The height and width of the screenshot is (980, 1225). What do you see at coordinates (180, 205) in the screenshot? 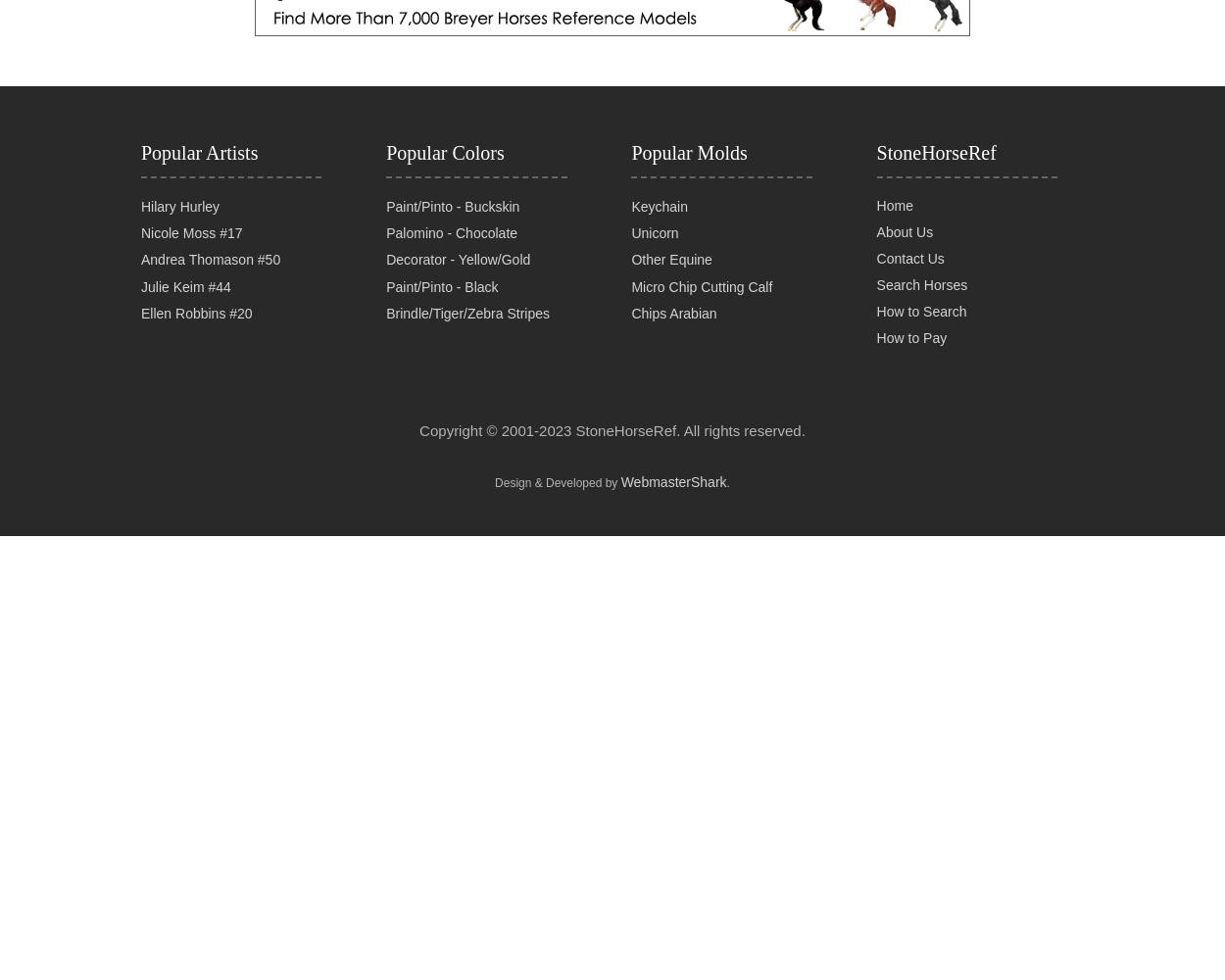
I see `'Hilary Hurley'` at bounding box center [180, 205].